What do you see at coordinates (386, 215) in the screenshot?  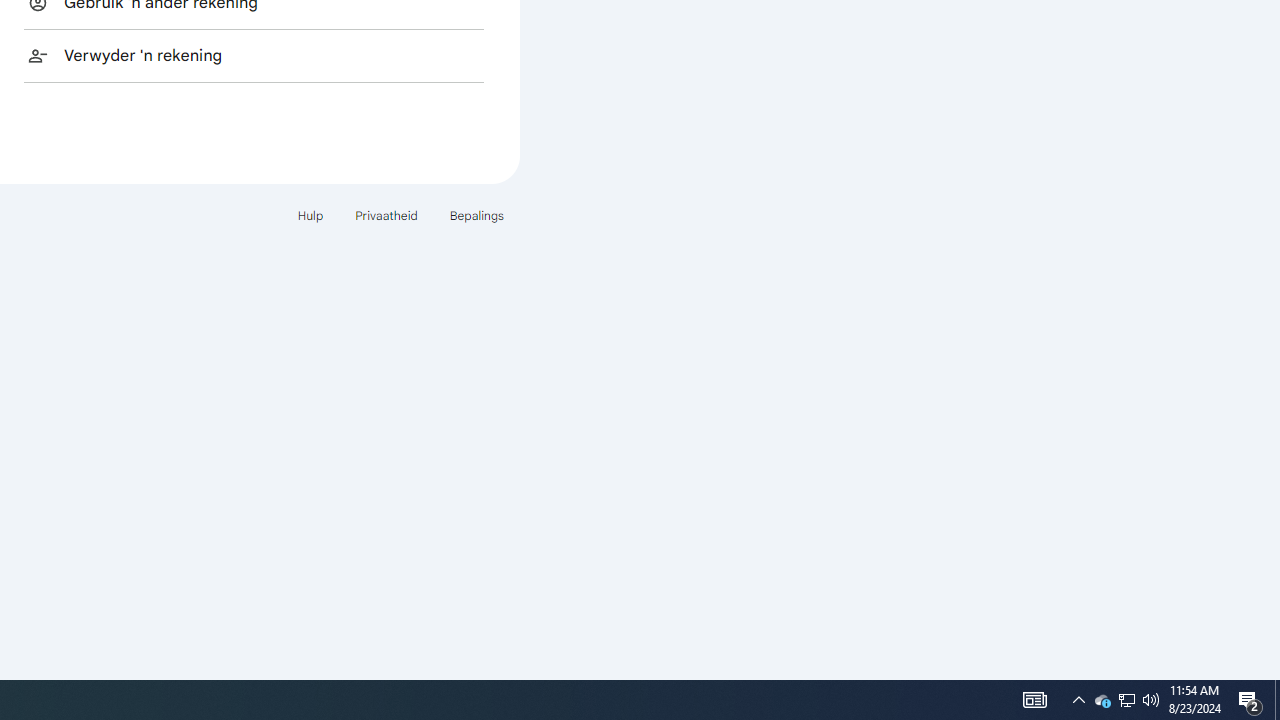 I see `'Privaatheid'` at bounding box center [386, 215].